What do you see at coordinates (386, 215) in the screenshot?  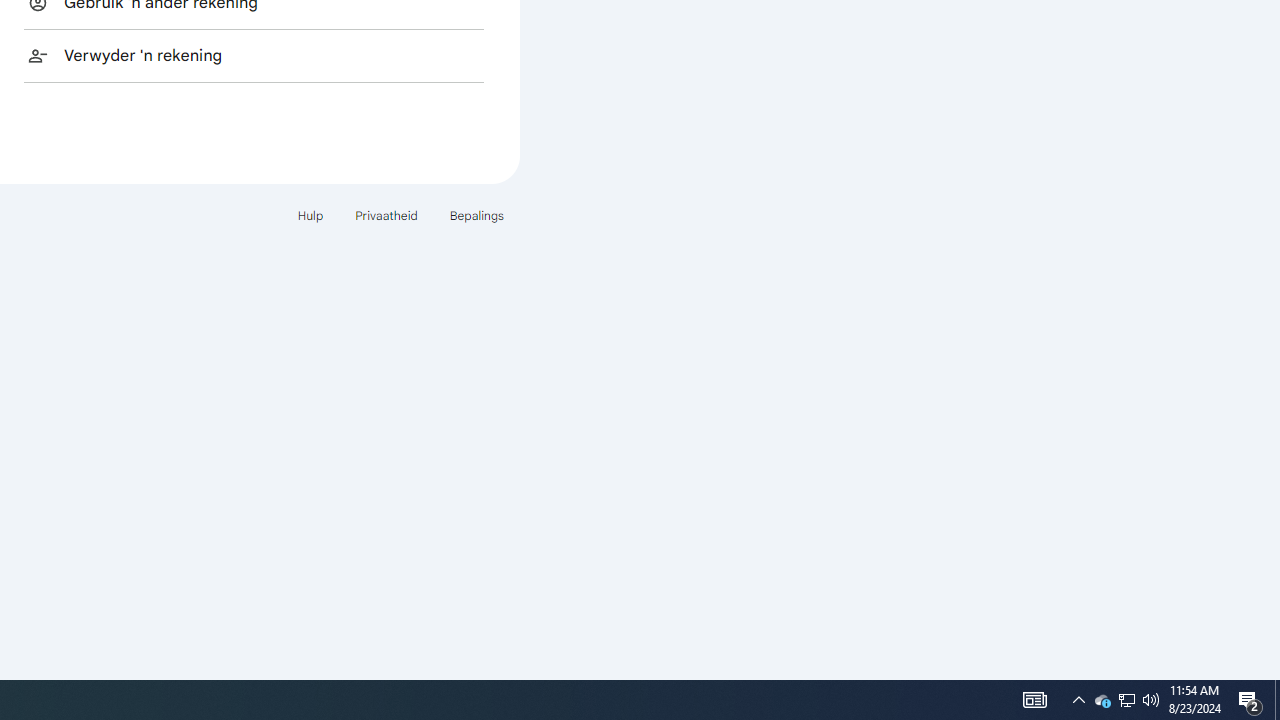 I see `'Privaatheid'` at bounding box center [386, 215].